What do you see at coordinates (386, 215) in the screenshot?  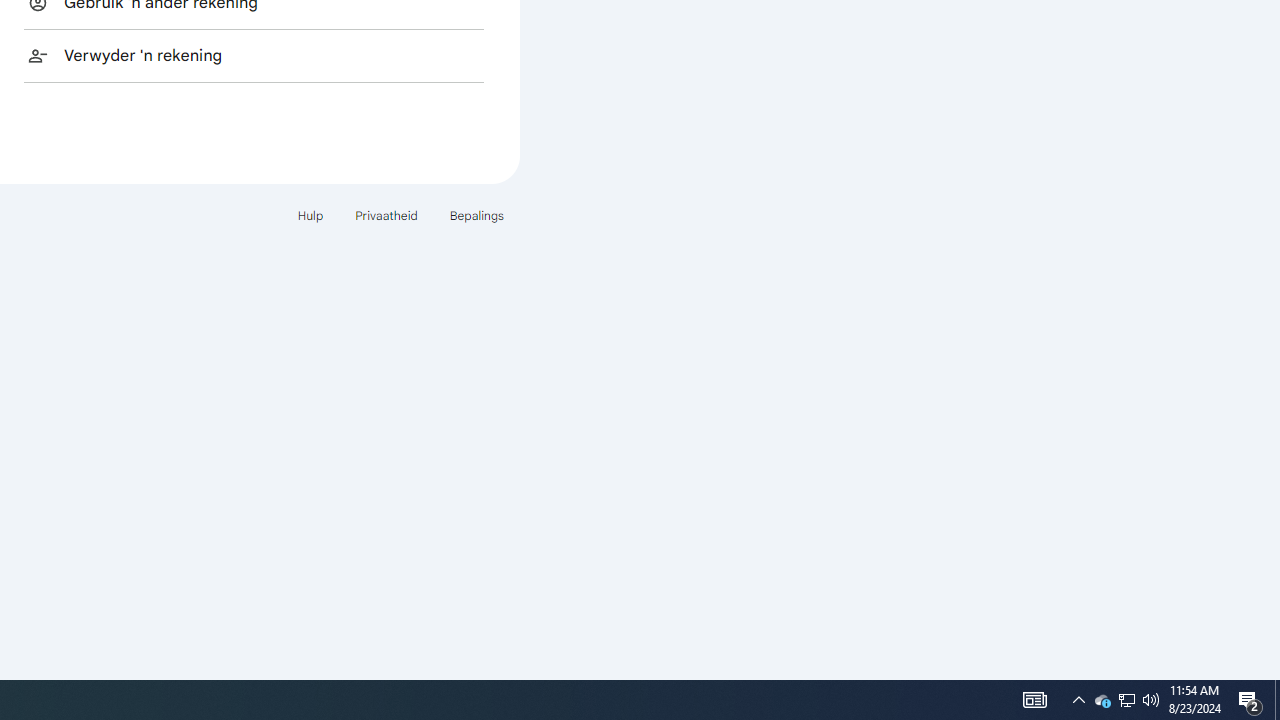 I see `'Privaatheid'` at bounding box center [386, 215].